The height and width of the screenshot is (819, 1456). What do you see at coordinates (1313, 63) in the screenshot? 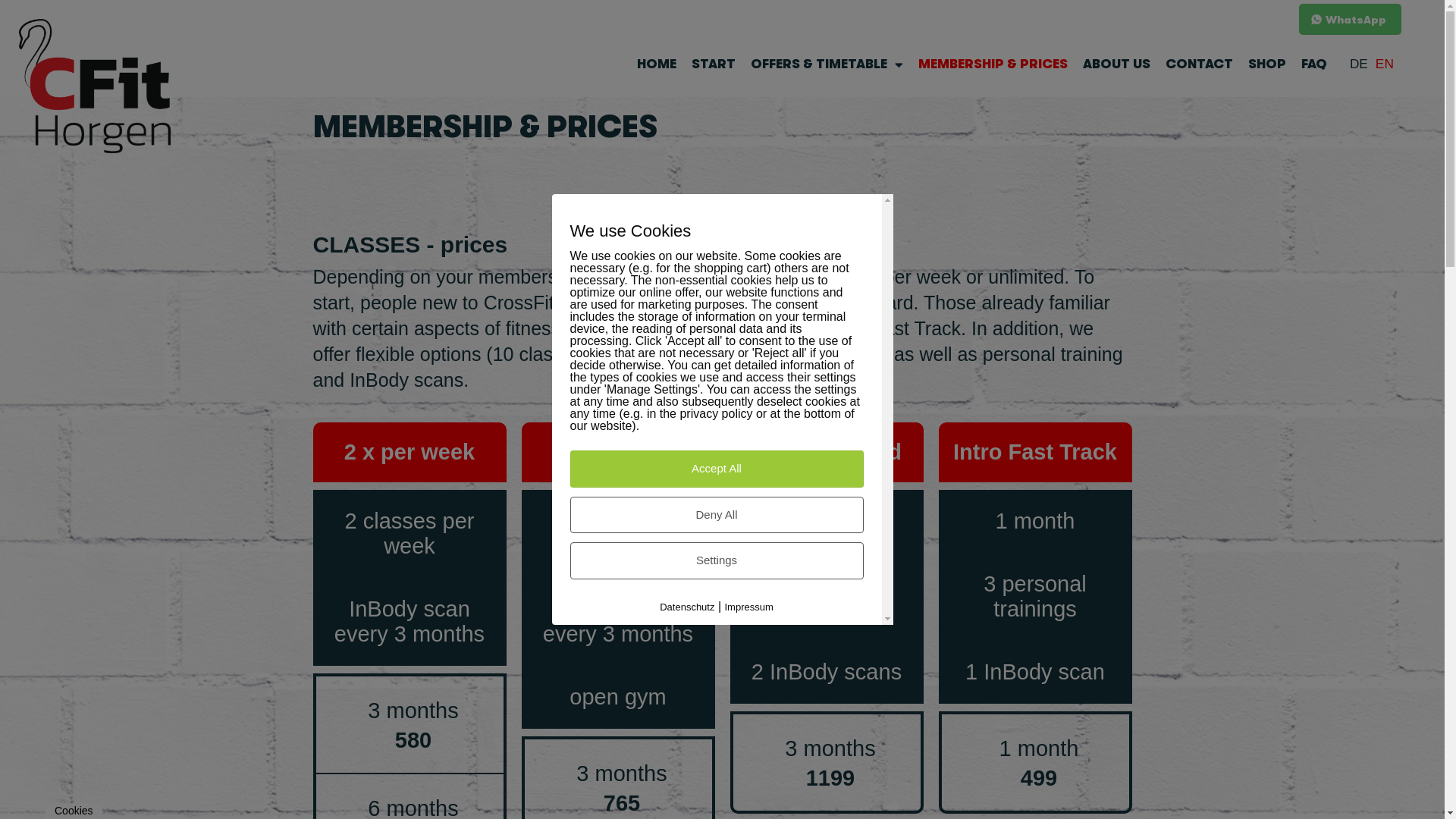
I see `'FAQ'` at bounding box center [1313, 63].